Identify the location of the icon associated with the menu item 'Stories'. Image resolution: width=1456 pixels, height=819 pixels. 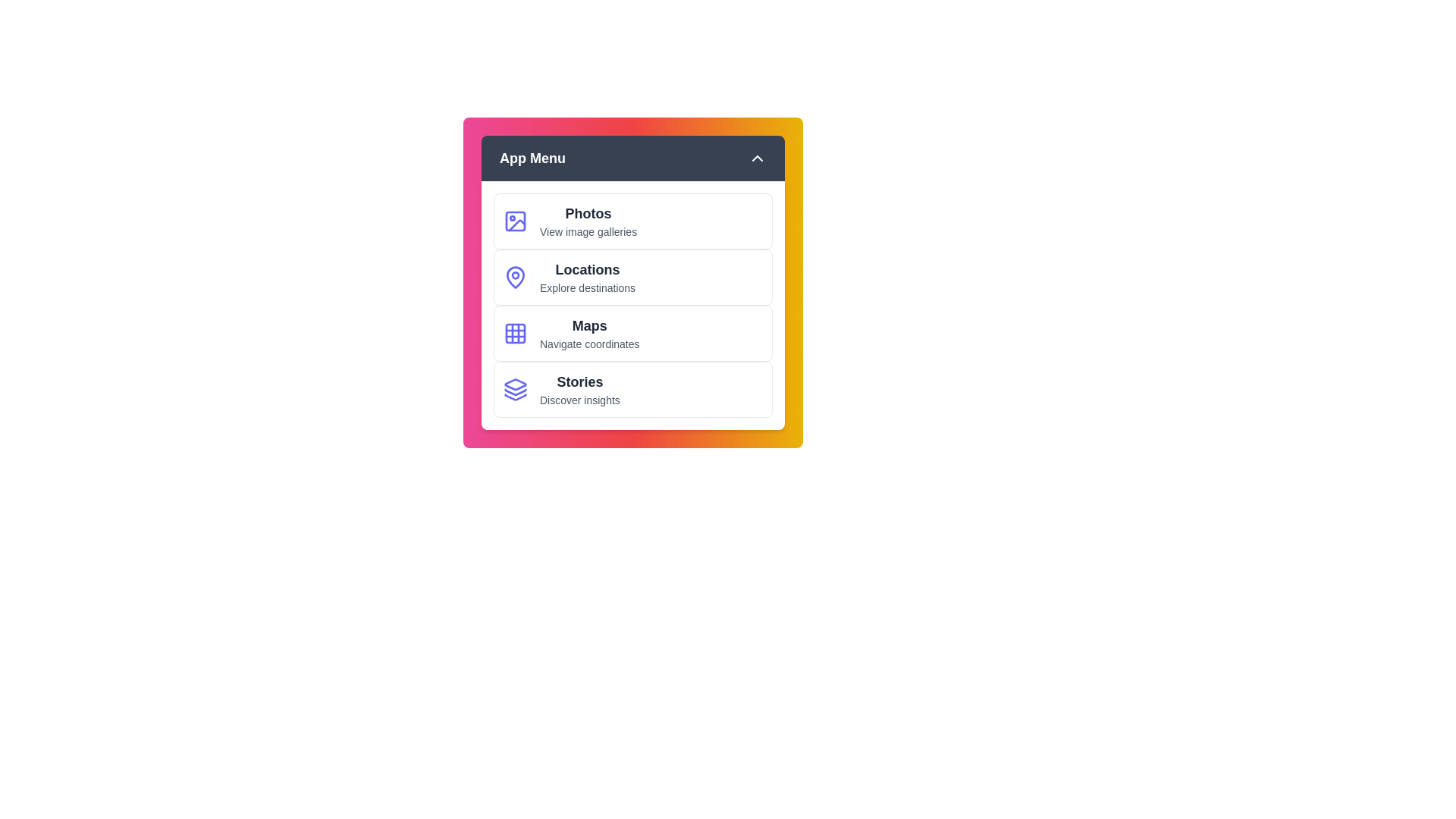
(516, 388).